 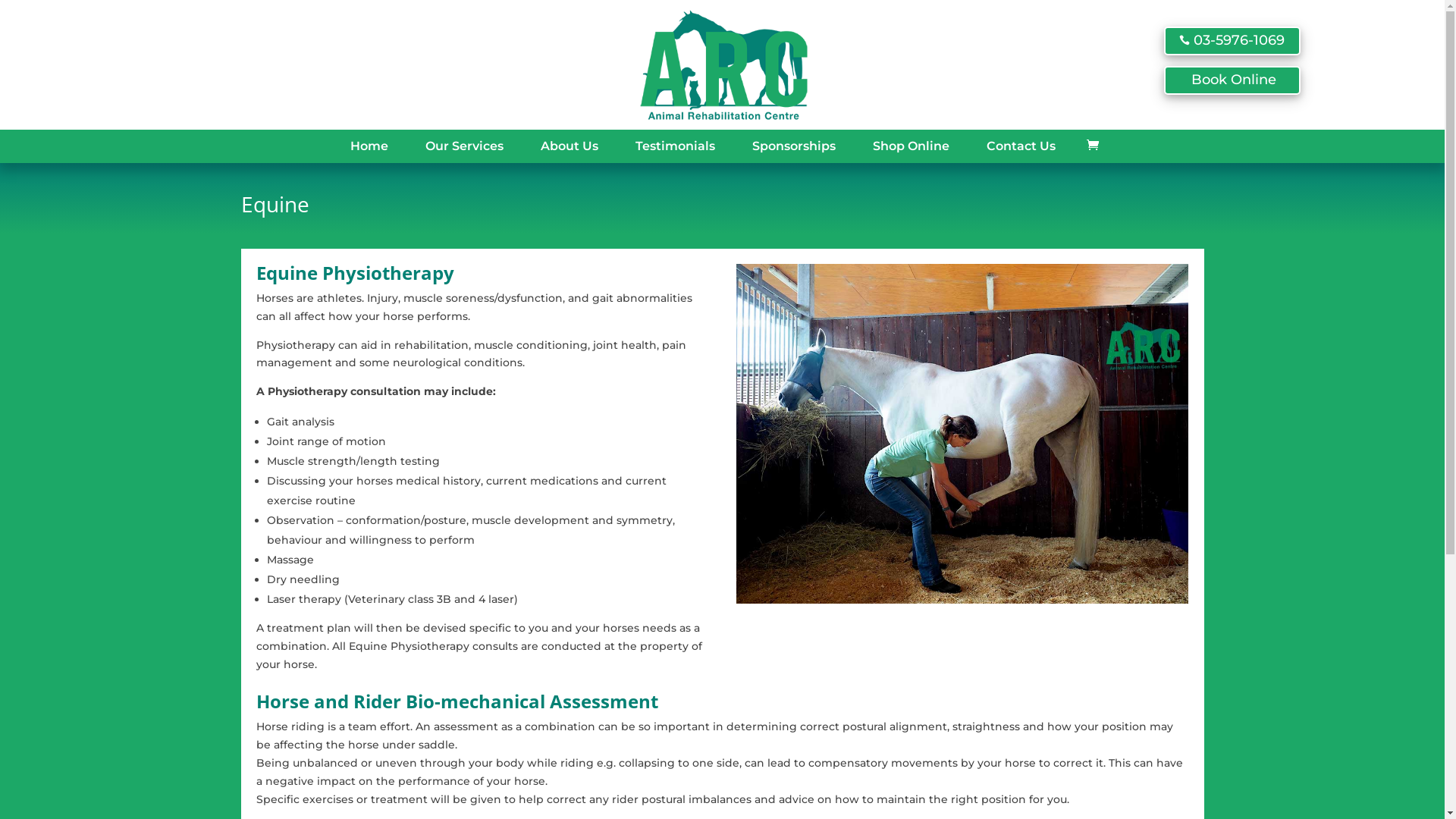 What do you see at coordinates (1231, 40) in the screenshot?
I see `'03-5976-1069'` at bounding box center [1231, 40].